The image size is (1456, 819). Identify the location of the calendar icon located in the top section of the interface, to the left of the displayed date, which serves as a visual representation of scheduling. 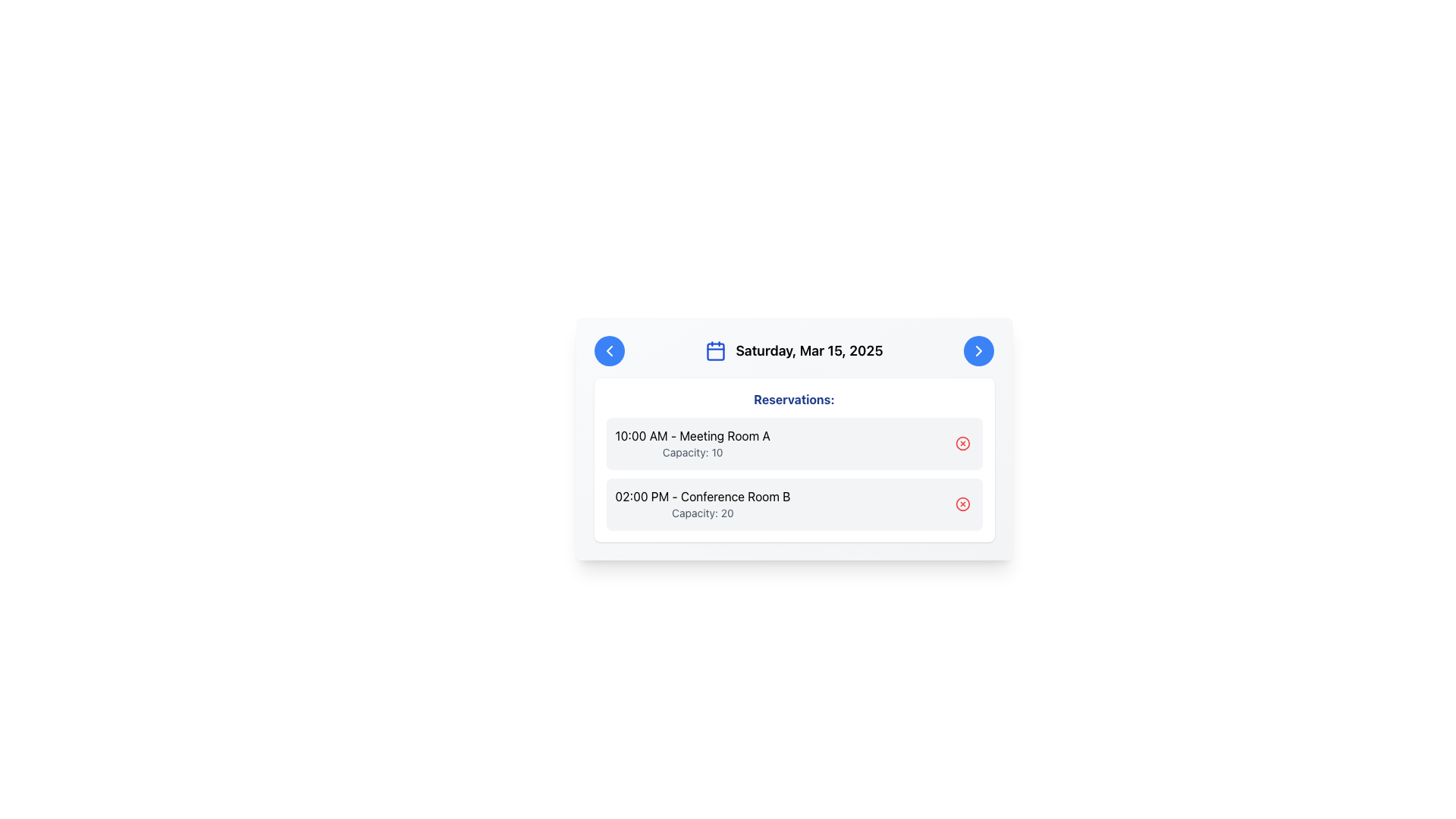
(715, 352).